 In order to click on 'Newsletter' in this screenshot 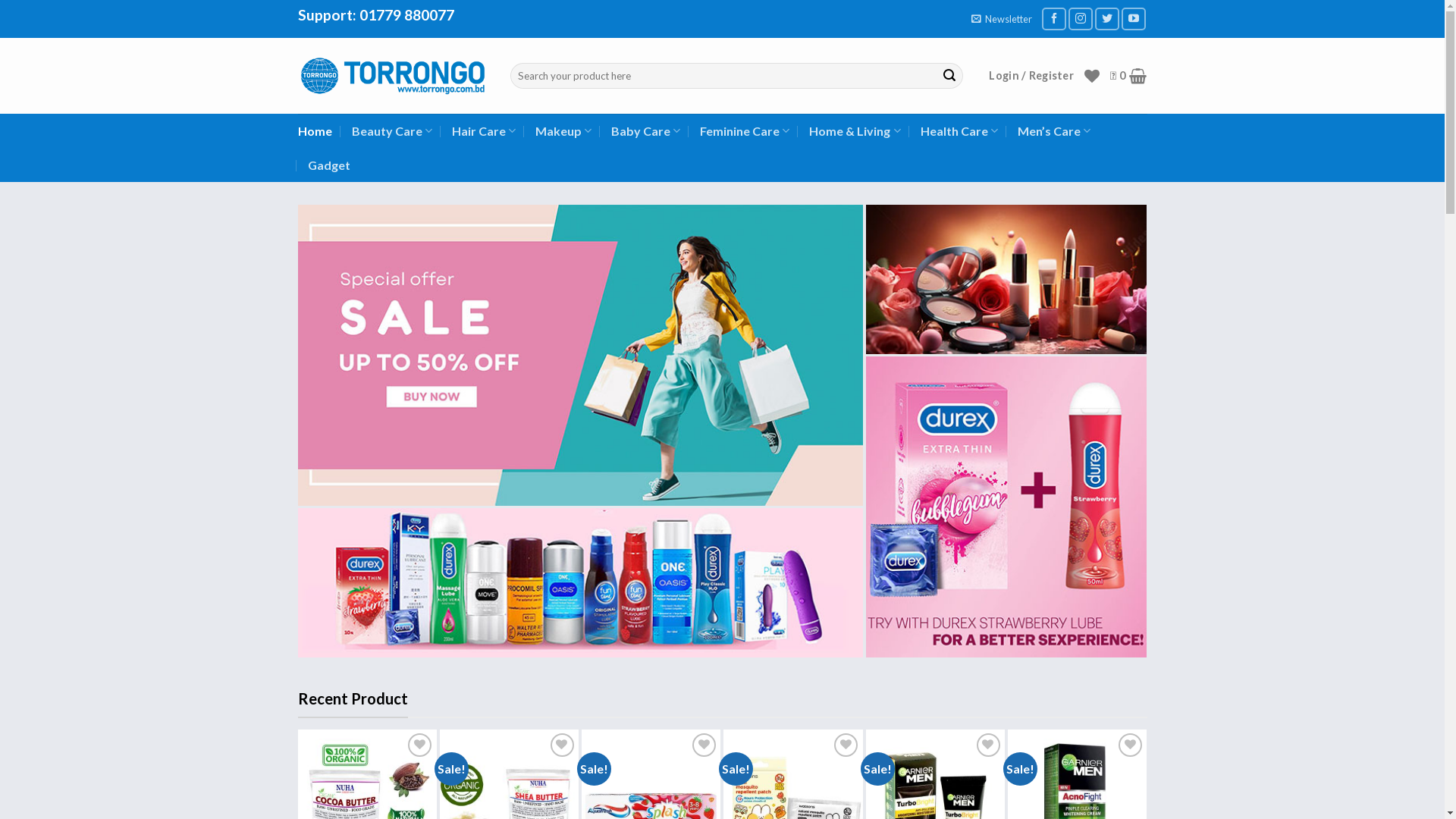, I will do `click(1001, 18)`.